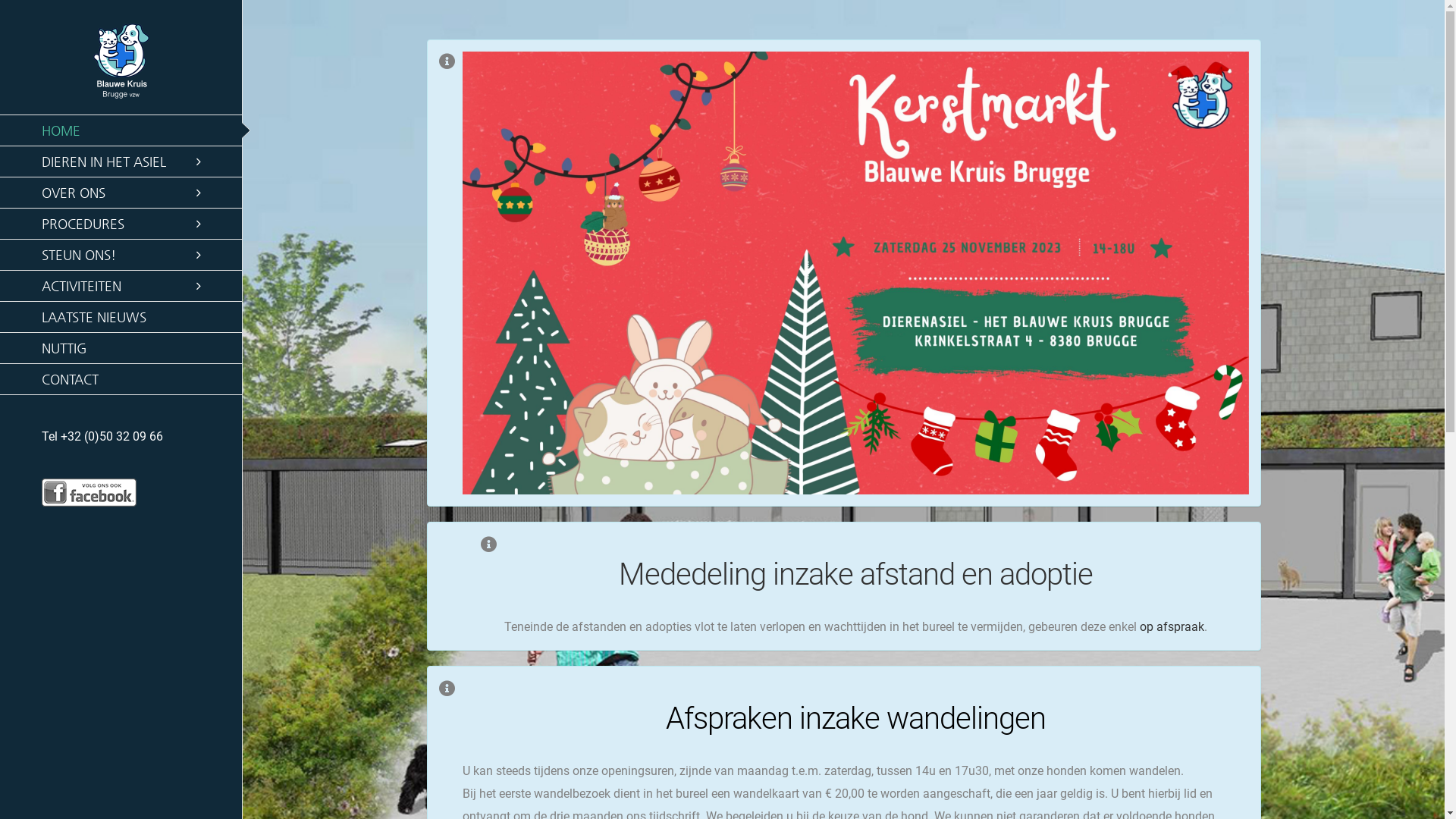  Describe the element at coordinates (120, 286) in the screenshot. I see `'ACTIVITEITEN'` at that location.